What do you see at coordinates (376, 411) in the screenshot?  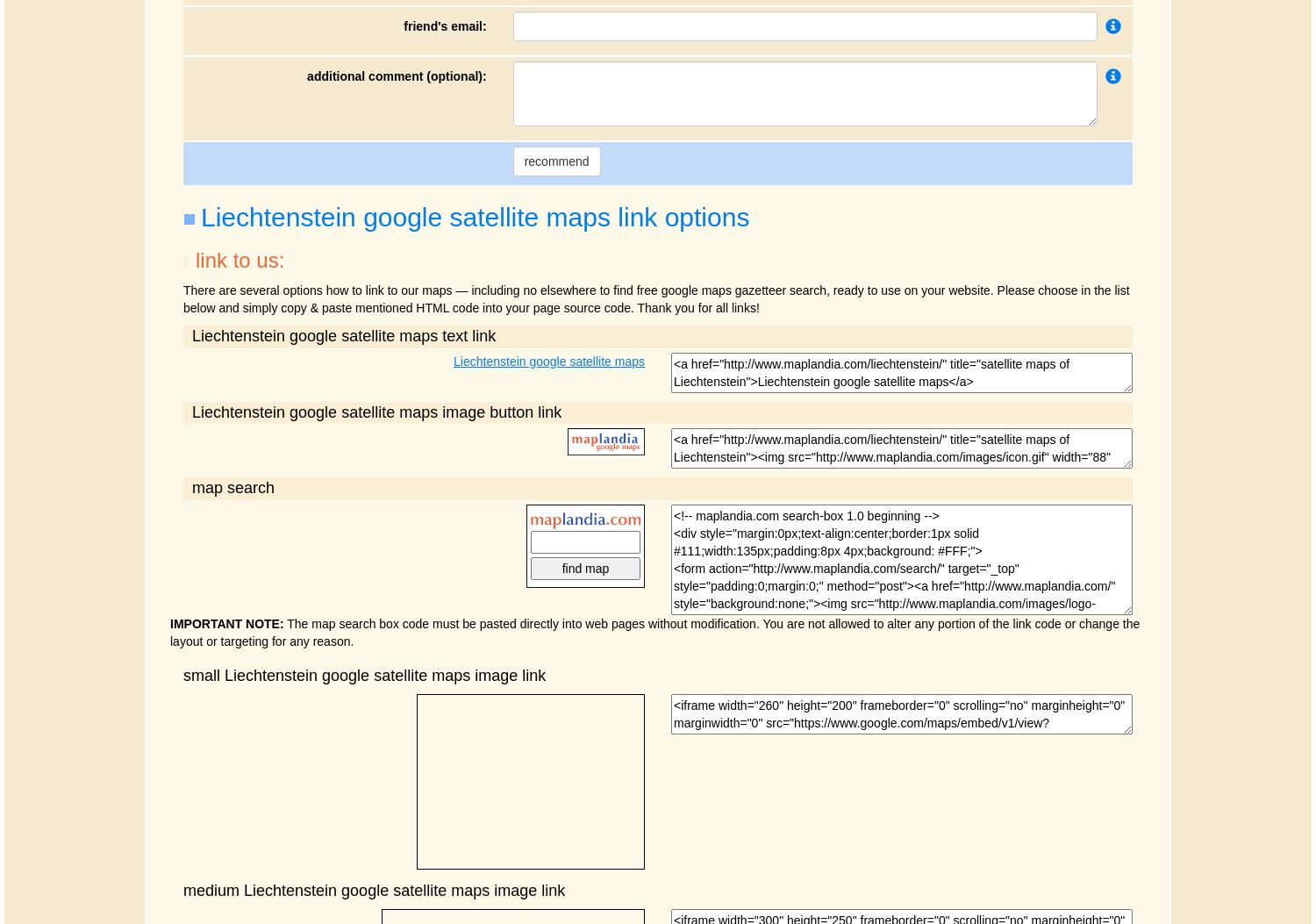 I see `'Liechtenstein google satellite maps image button link'` at bounding box center [376, 411].